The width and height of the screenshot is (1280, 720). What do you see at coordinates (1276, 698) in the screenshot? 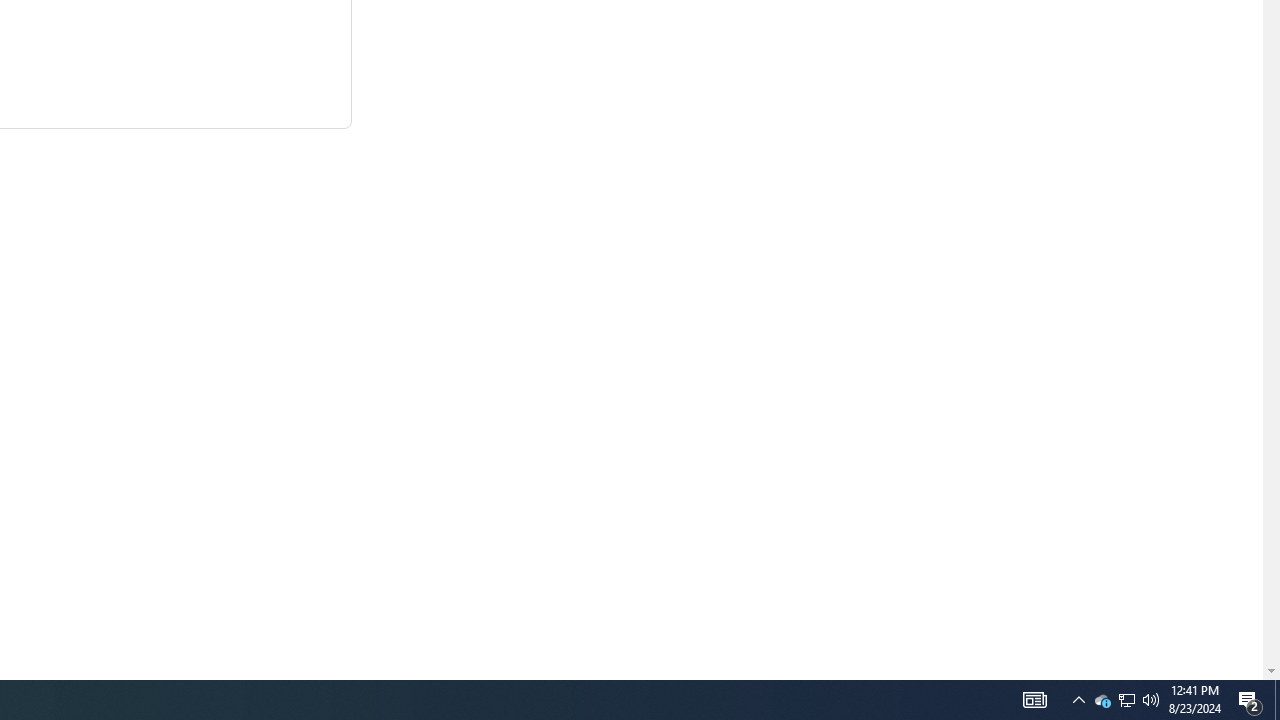
I see `'Action Center, 2 new notifications'` at bounding box center [1276, 698].